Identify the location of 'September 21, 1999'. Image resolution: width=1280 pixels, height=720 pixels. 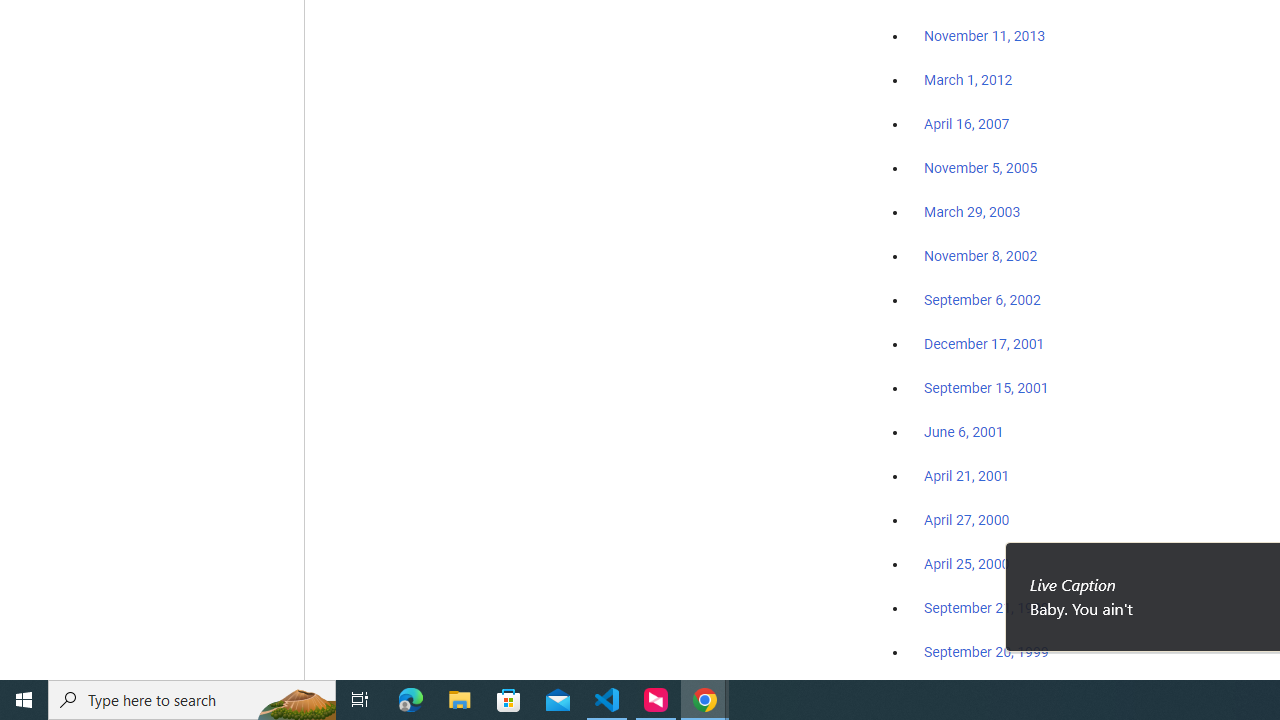
(986, 607).